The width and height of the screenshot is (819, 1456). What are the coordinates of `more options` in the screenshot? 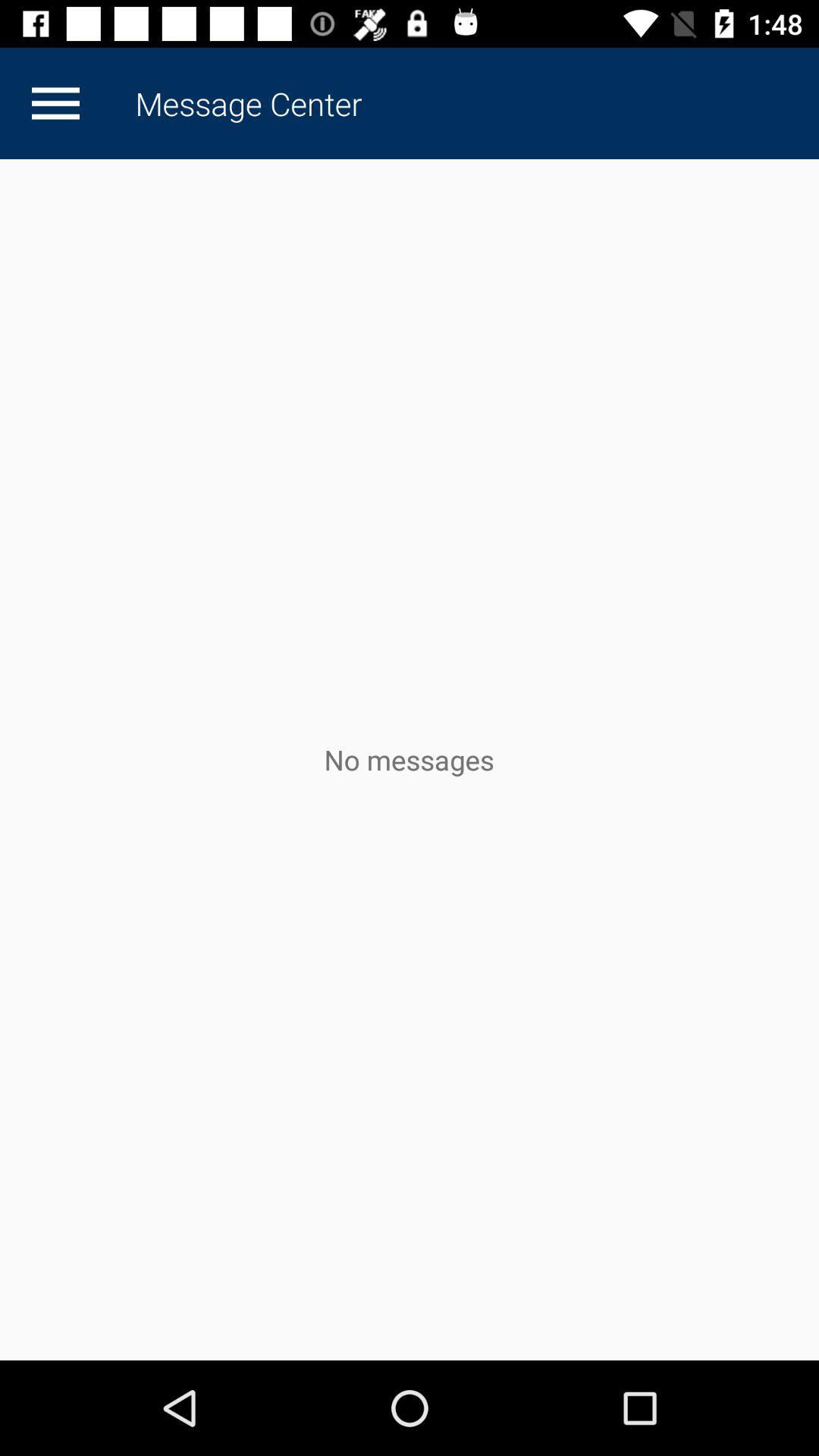 It's located at (55, 102).